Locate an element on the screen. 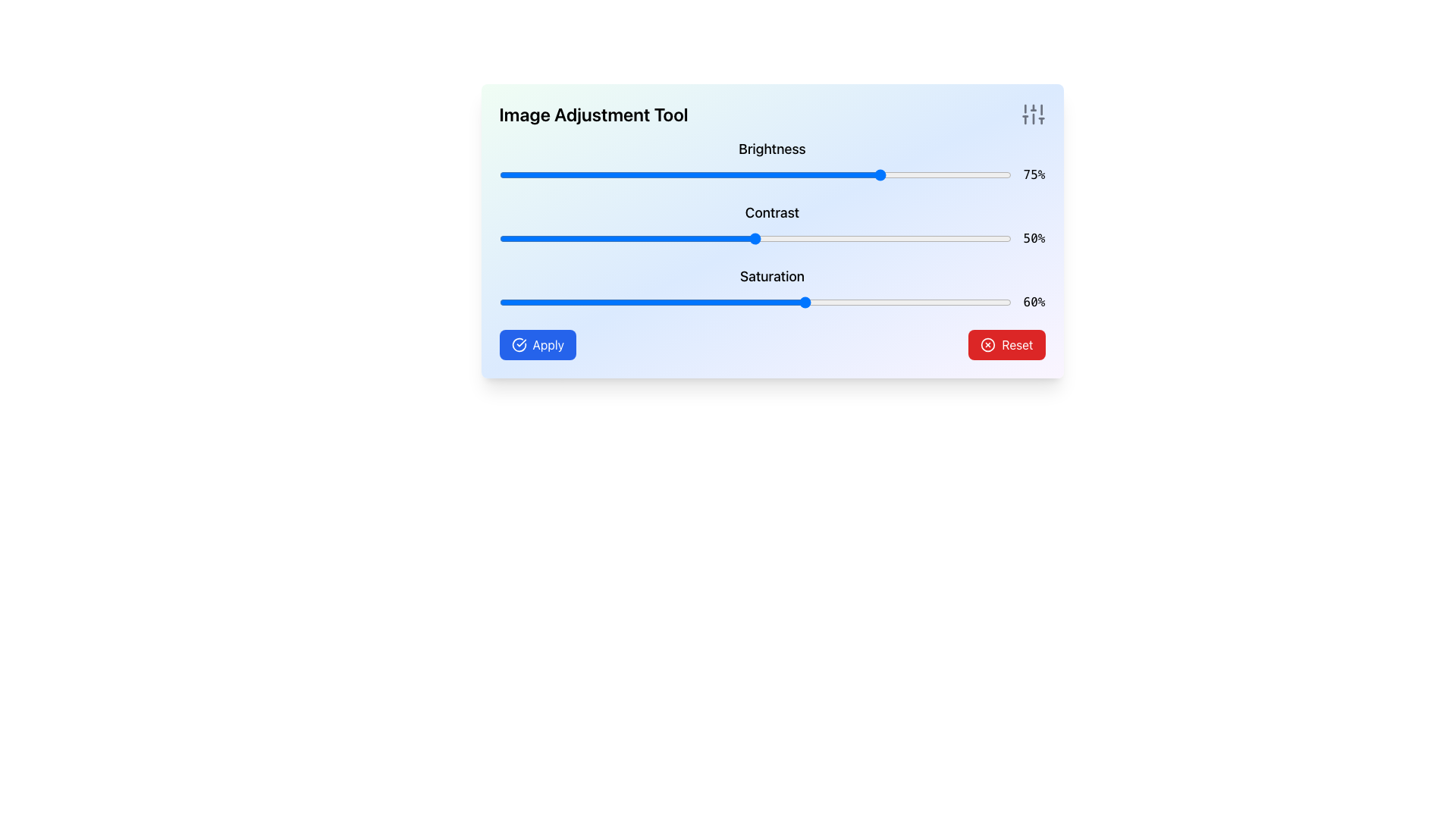 This screenshot has height=819, width=1456. the slider value is located at coordinates (688, 302).